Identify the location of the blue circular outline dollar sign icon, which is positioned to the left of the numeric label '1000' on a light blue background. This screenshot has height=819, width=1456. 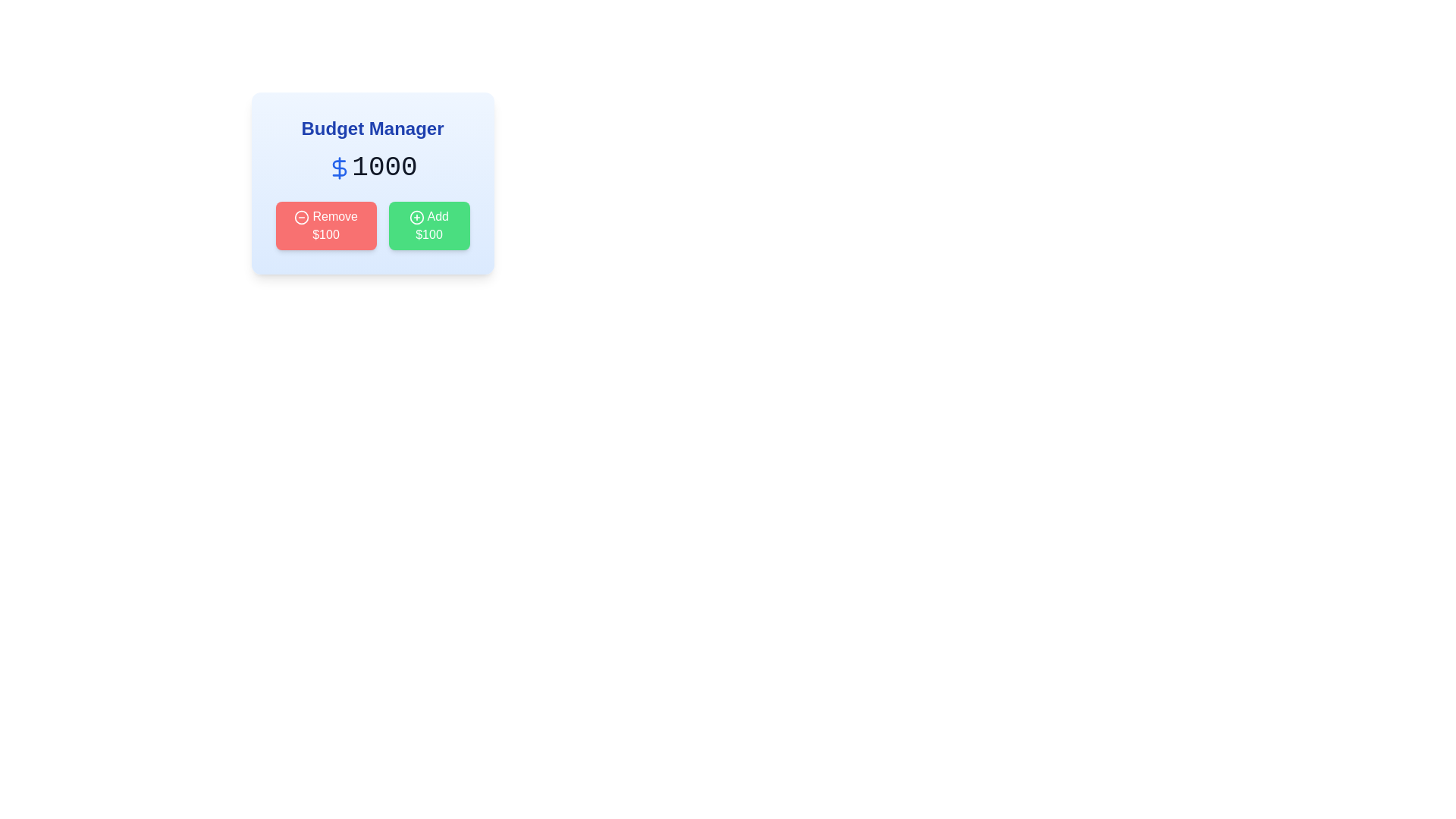
(339, 168).